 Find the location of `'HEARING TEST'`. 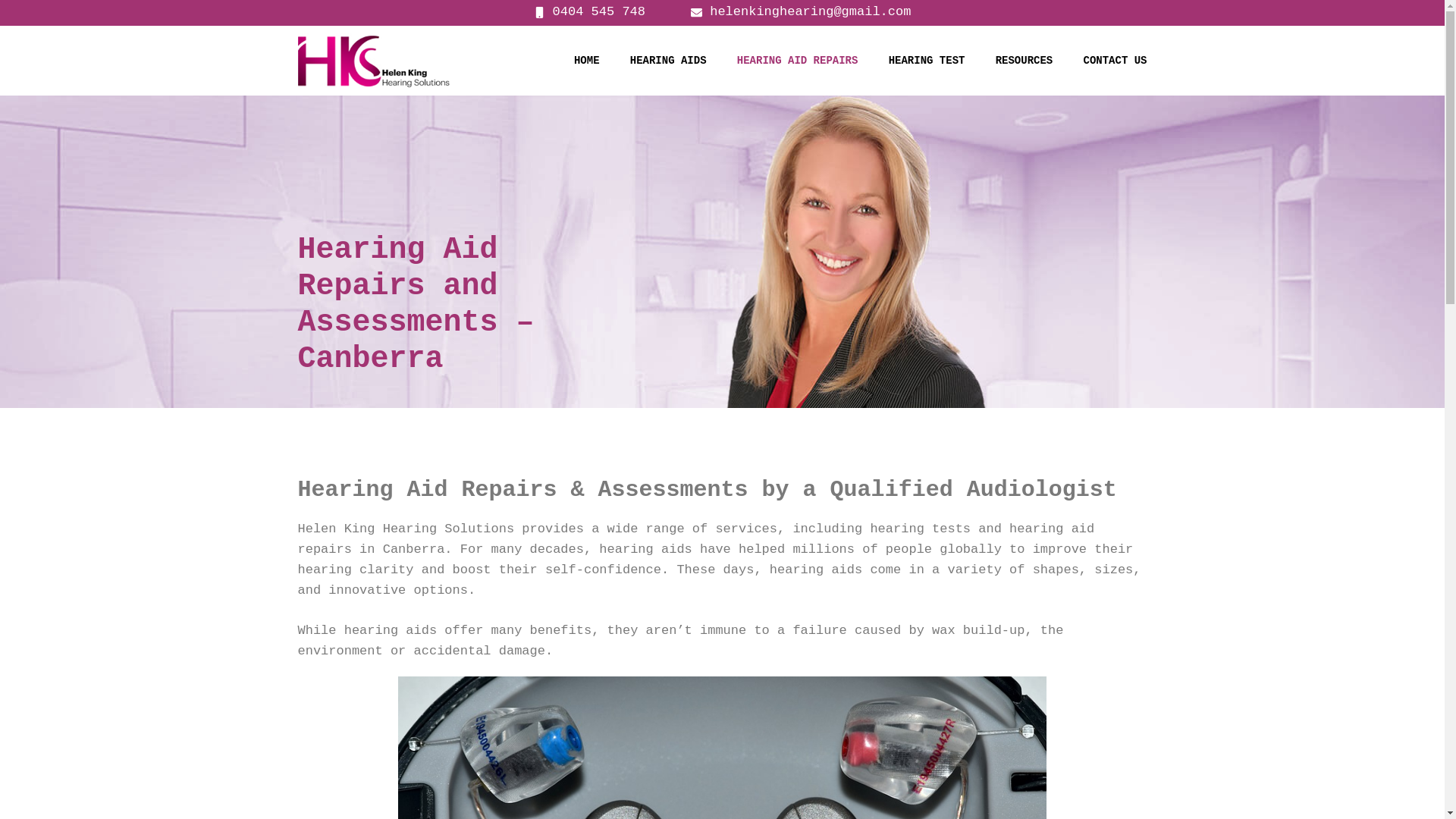

'HEARING TEST' is located at coordinates (926, 60).